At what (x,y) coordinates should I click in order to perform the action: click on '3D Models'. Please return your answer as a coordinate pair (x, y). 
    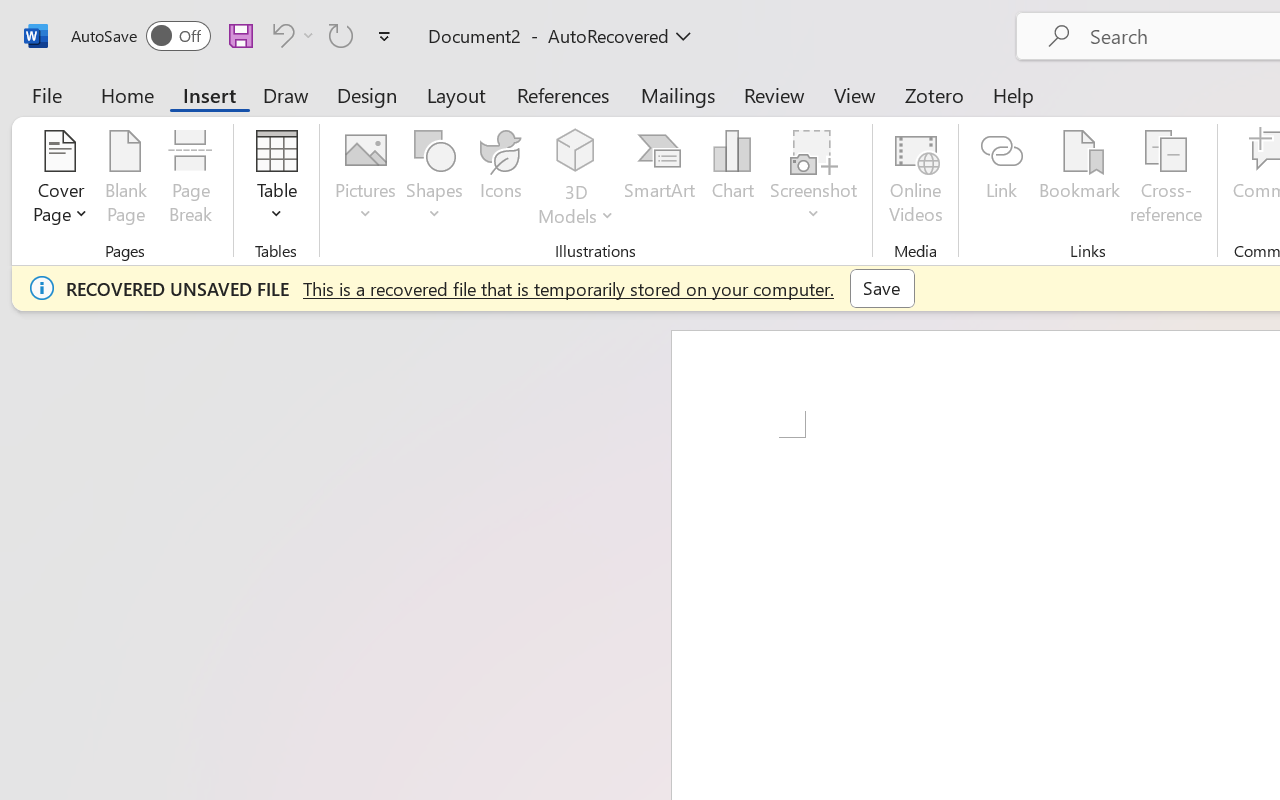
    Looking at the image, I should click on (575, 151).